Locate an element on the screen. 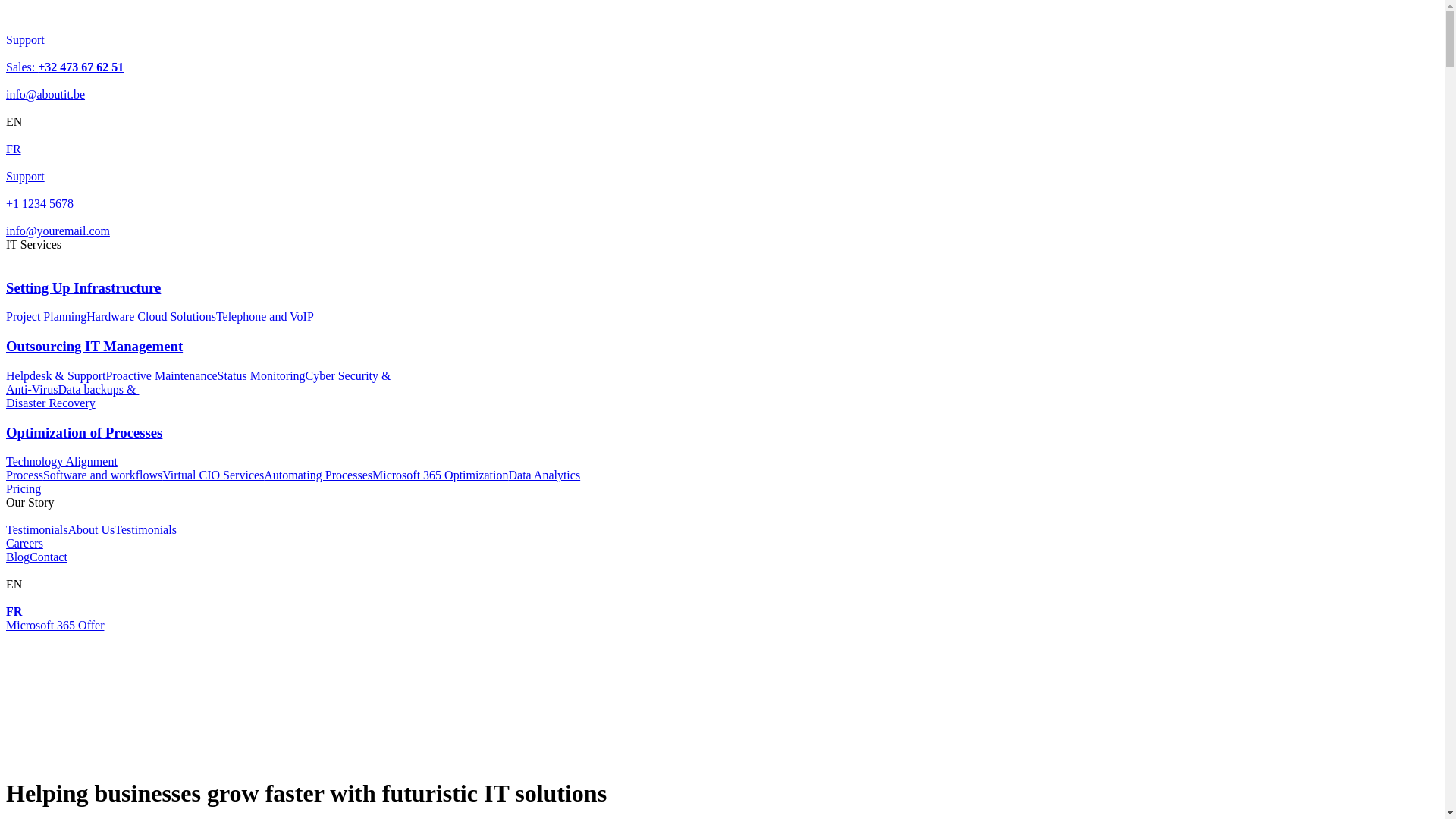 The image size is (1456, 819). 'Technology Alignment is located at coordinates (61, 467).